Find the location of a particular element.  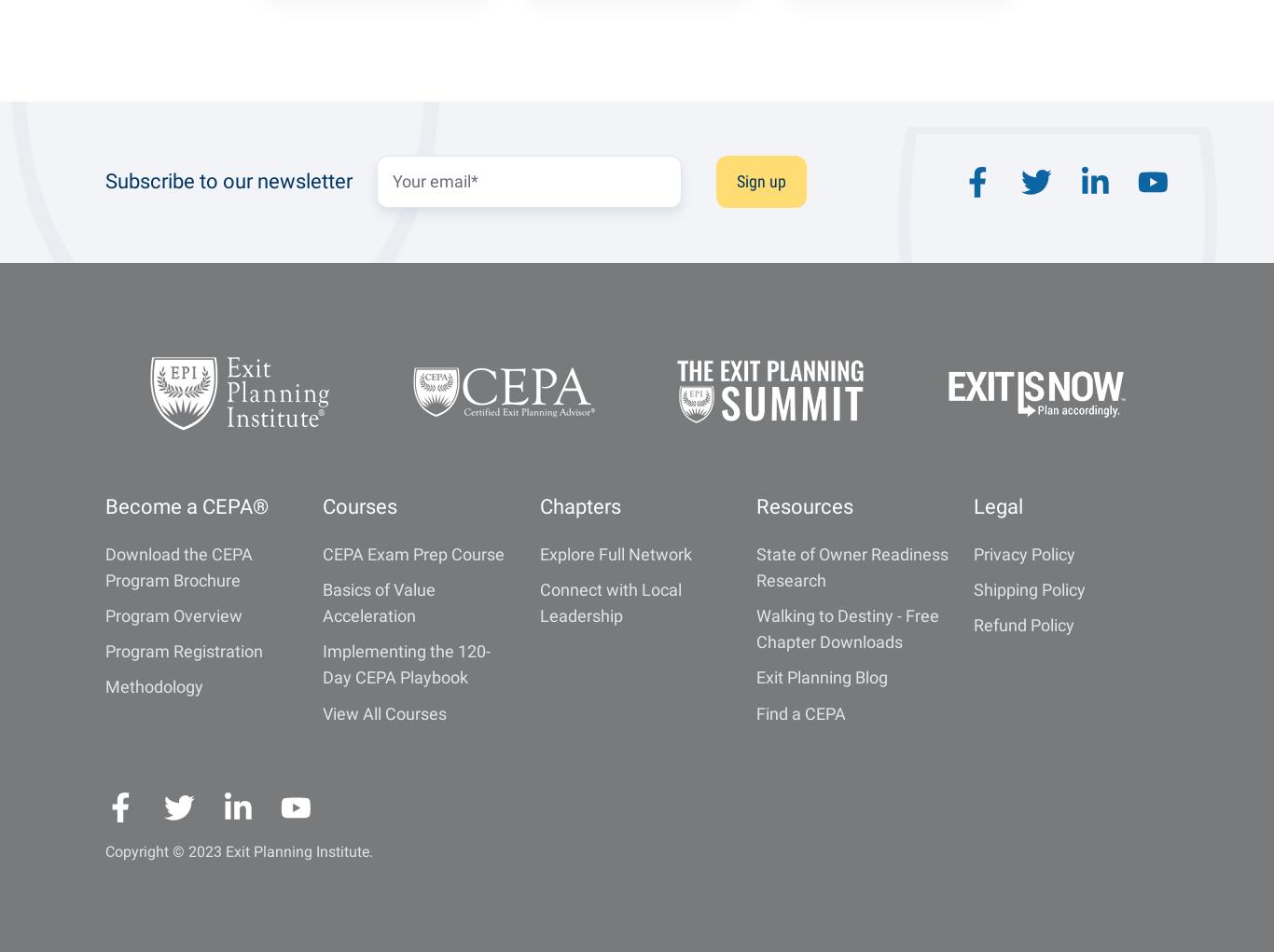

'Explore Full Network' is located at coordinates (537, 553).